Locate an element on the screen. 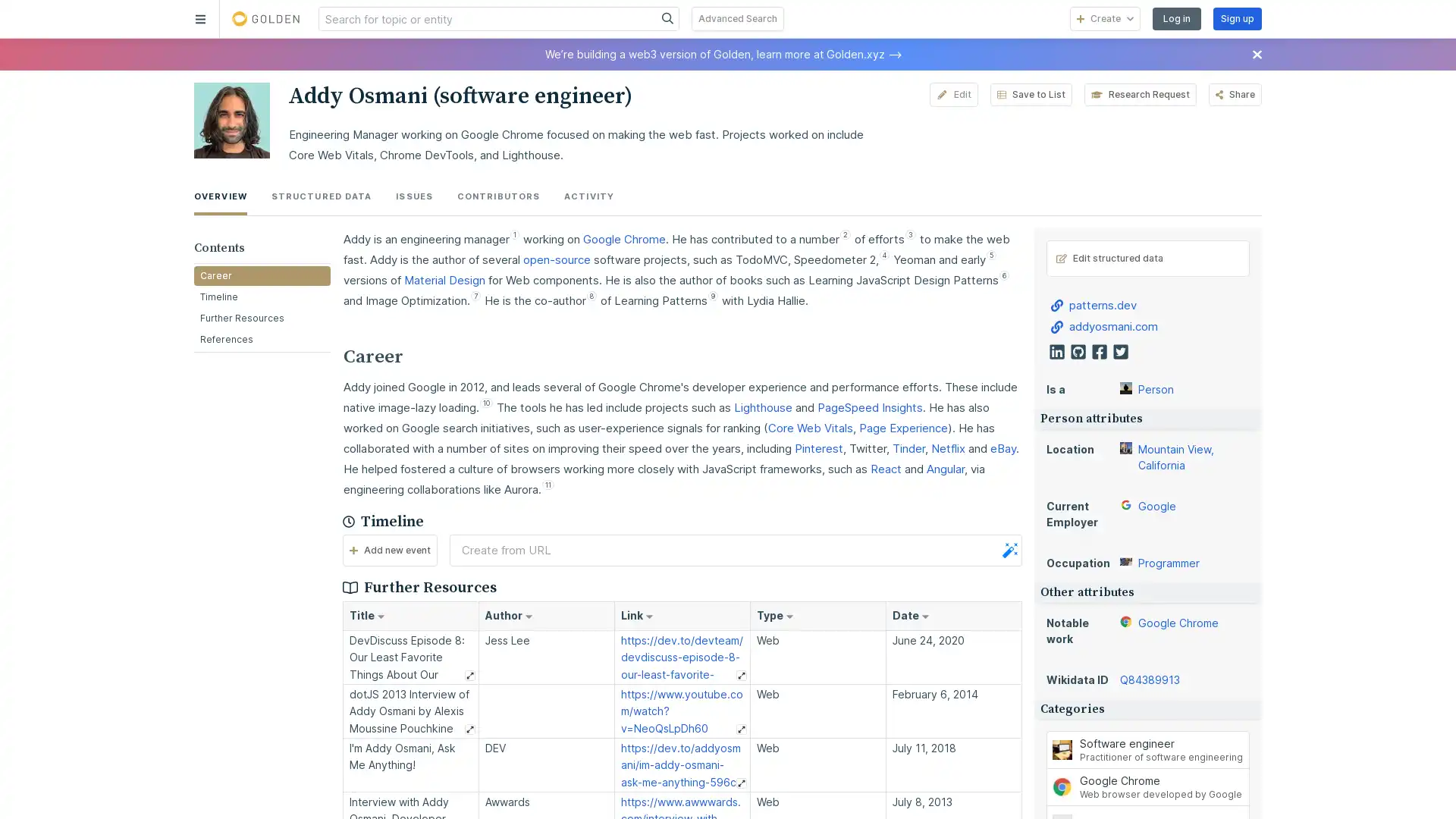 This screenshot has width=1456, height=819. Add new event is located at coordinates (389, 550).